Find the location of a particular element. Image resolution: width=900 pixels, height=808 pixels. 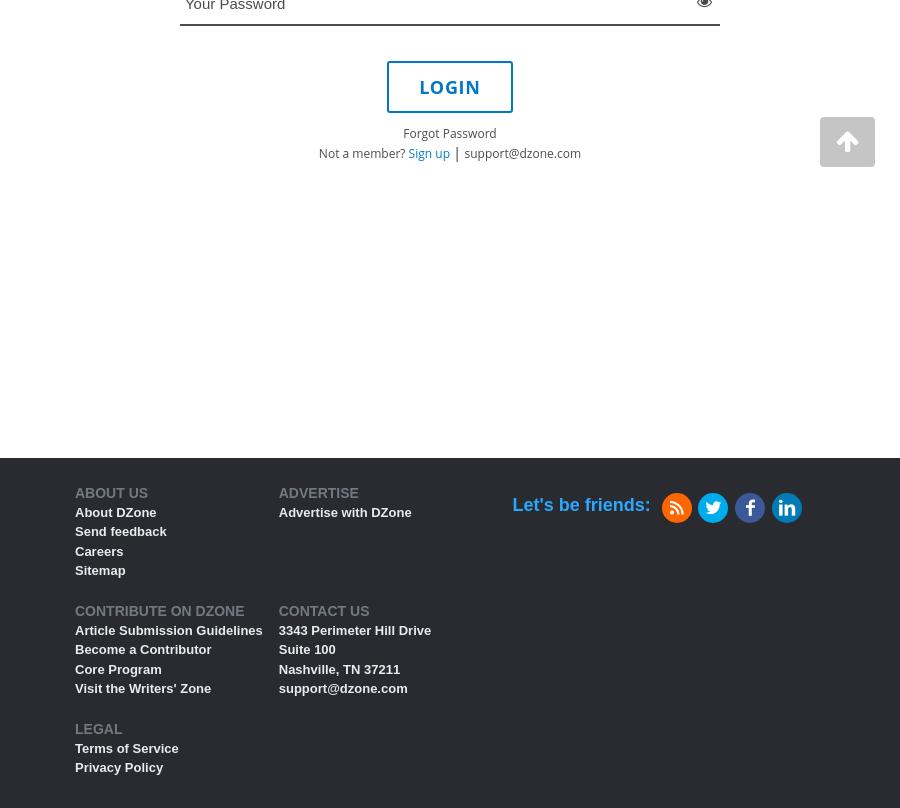

'|' is located at coordinates (451, 150).